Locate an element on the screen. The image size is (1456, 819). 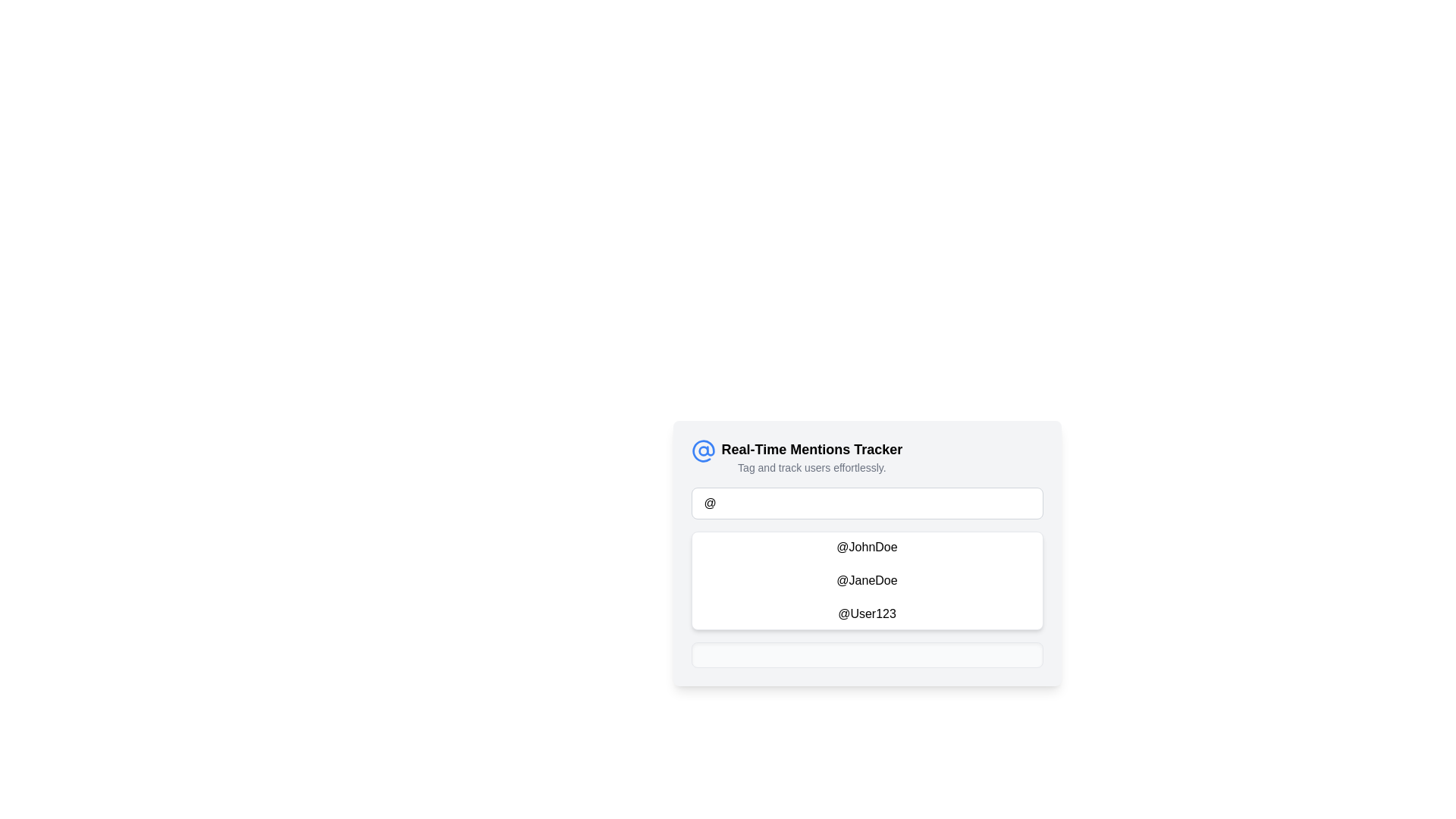
the second username suggestion item '@JaneDoe' is located at coordinates (867, 580).